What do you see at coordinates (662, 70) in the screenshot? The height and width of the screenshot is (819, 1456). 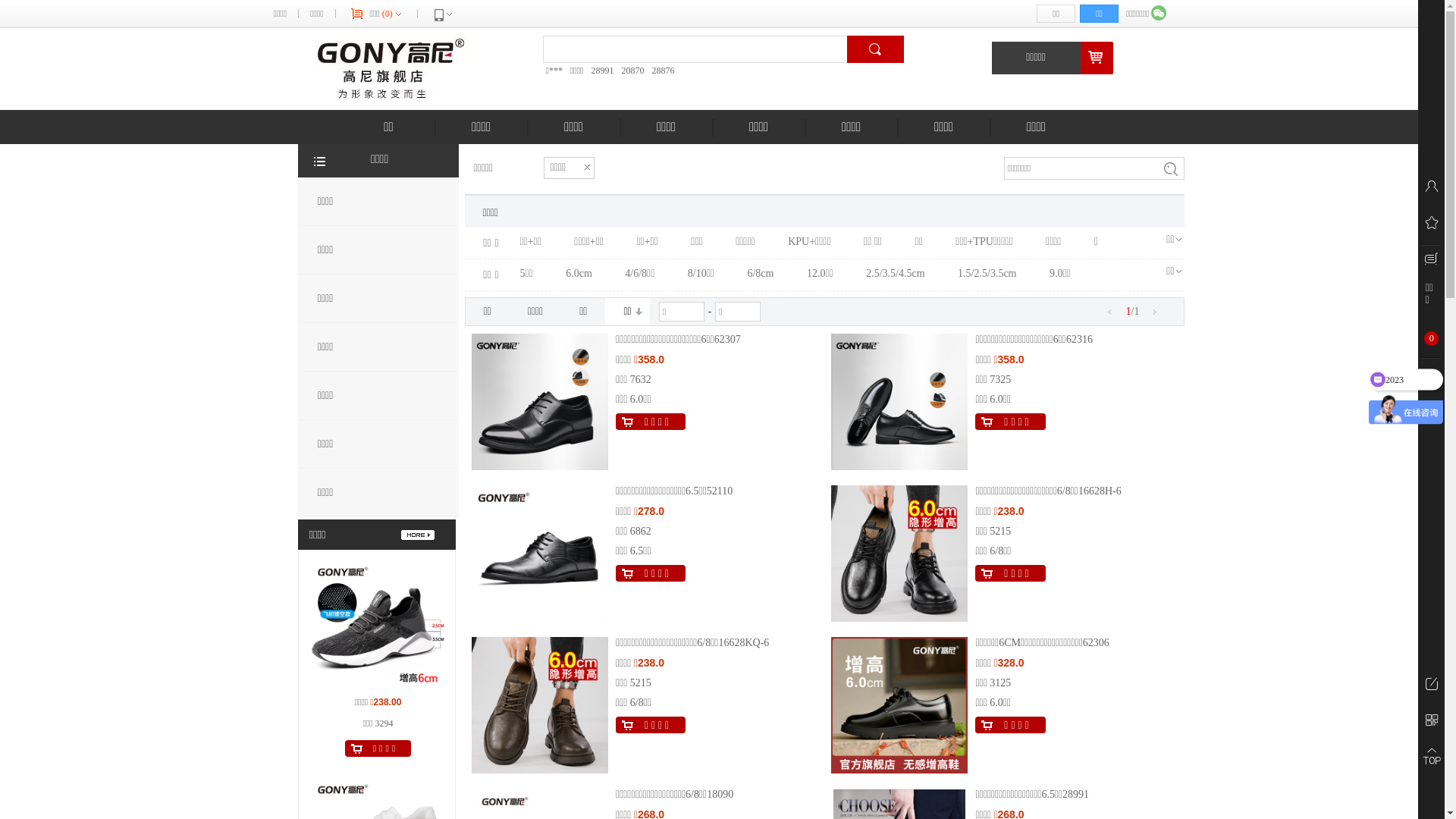 I see `'28876'` at bounding box center [662, 70].